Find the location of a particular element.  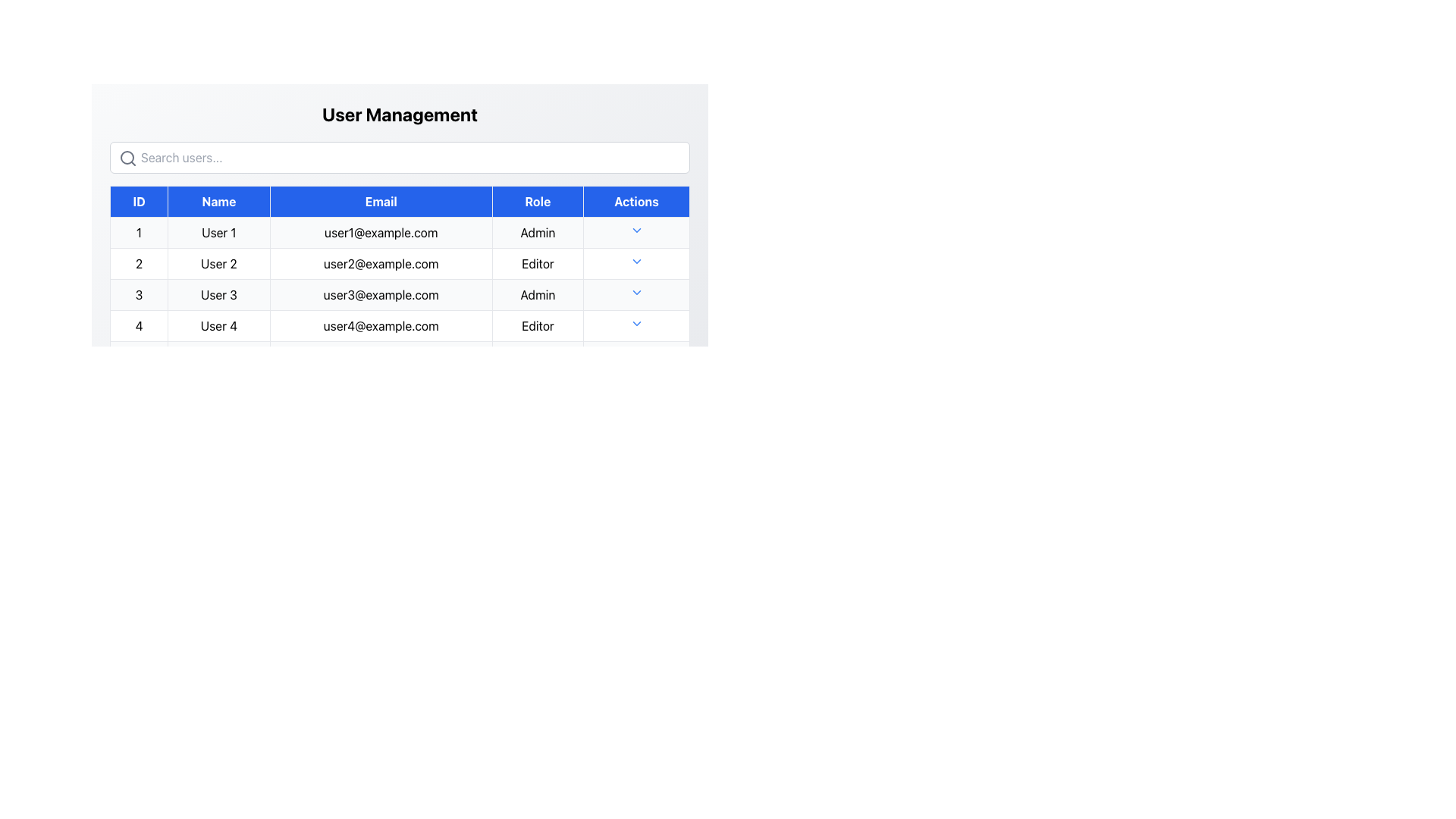

the email address in the first row of the User Management table to copy it is located at coordinates (400, 233).